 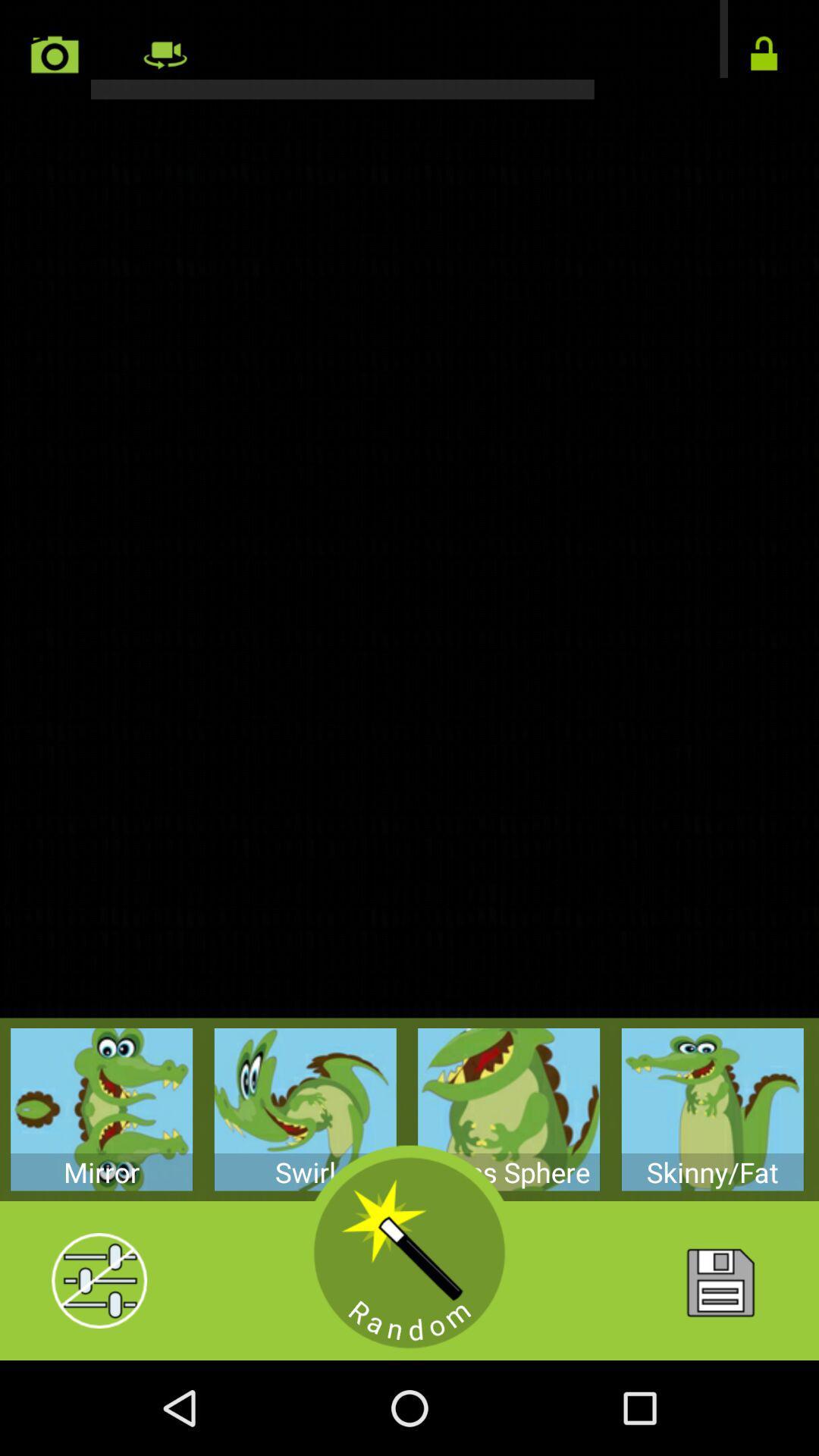 What do you see at coordinates (718, 1280) in the screenshot?
I see `save` at bounding box center [718, 1280].